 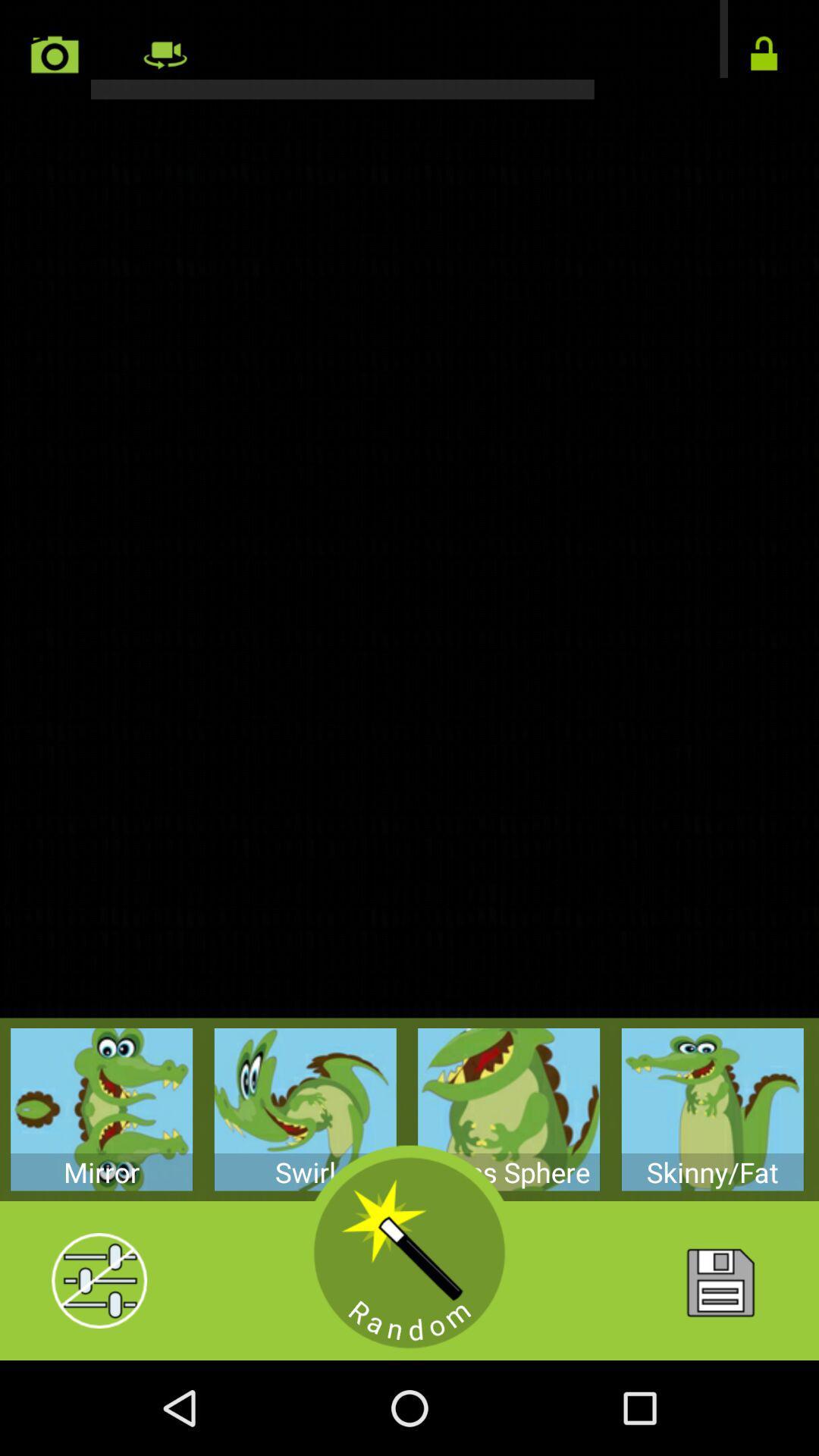 What do you see at coordinates (718, 1280) in the screenshot?
I see `save` at bounding box center [718, 1280].